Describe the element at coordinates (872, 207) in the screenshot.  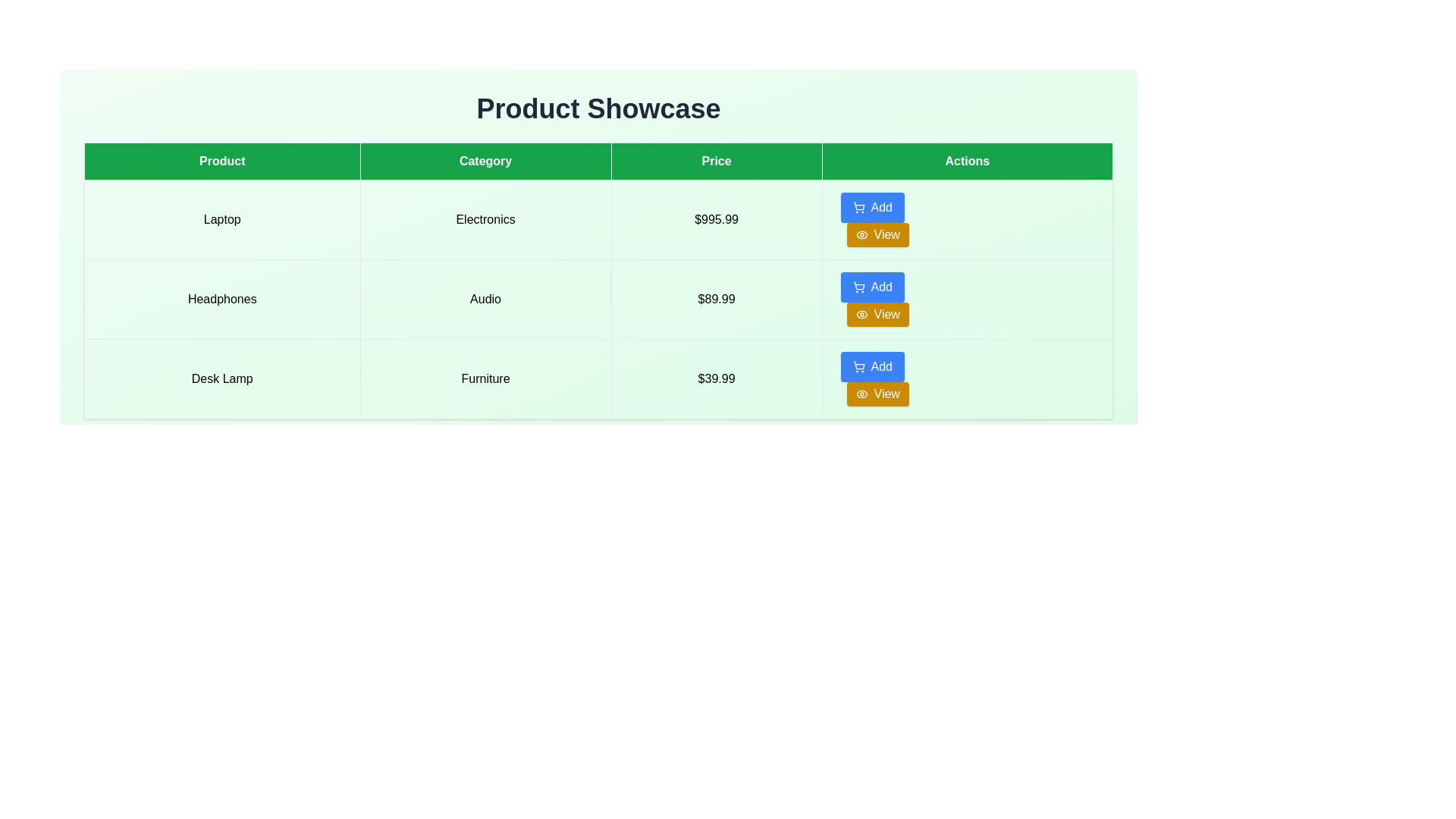
I see `the 'Add' button located in the 'Actions' column of the first row in the table` at that location.